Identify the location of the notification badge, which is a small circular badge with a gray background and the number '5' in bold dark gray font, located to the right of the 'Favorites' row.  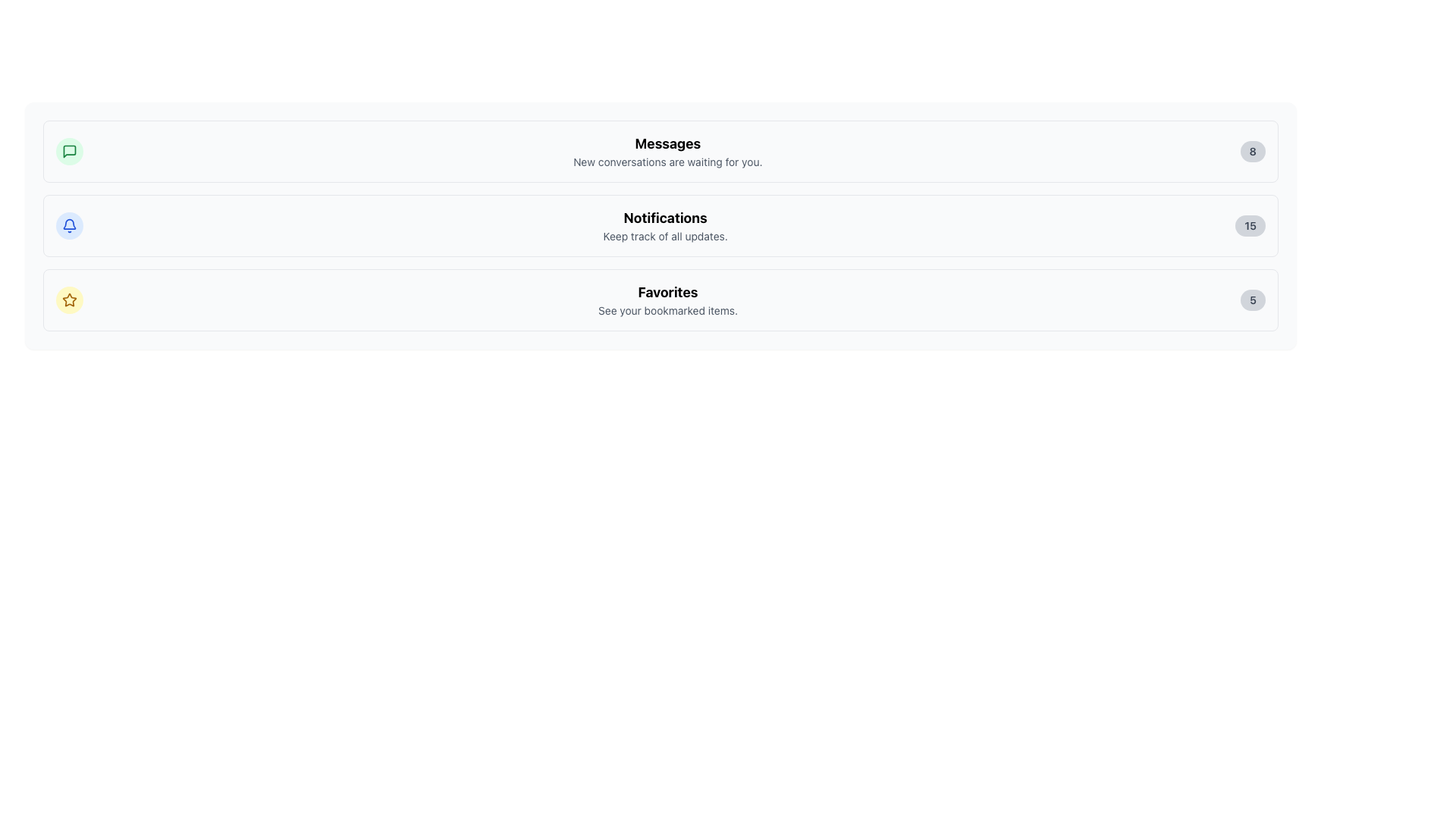
(1253, 300).